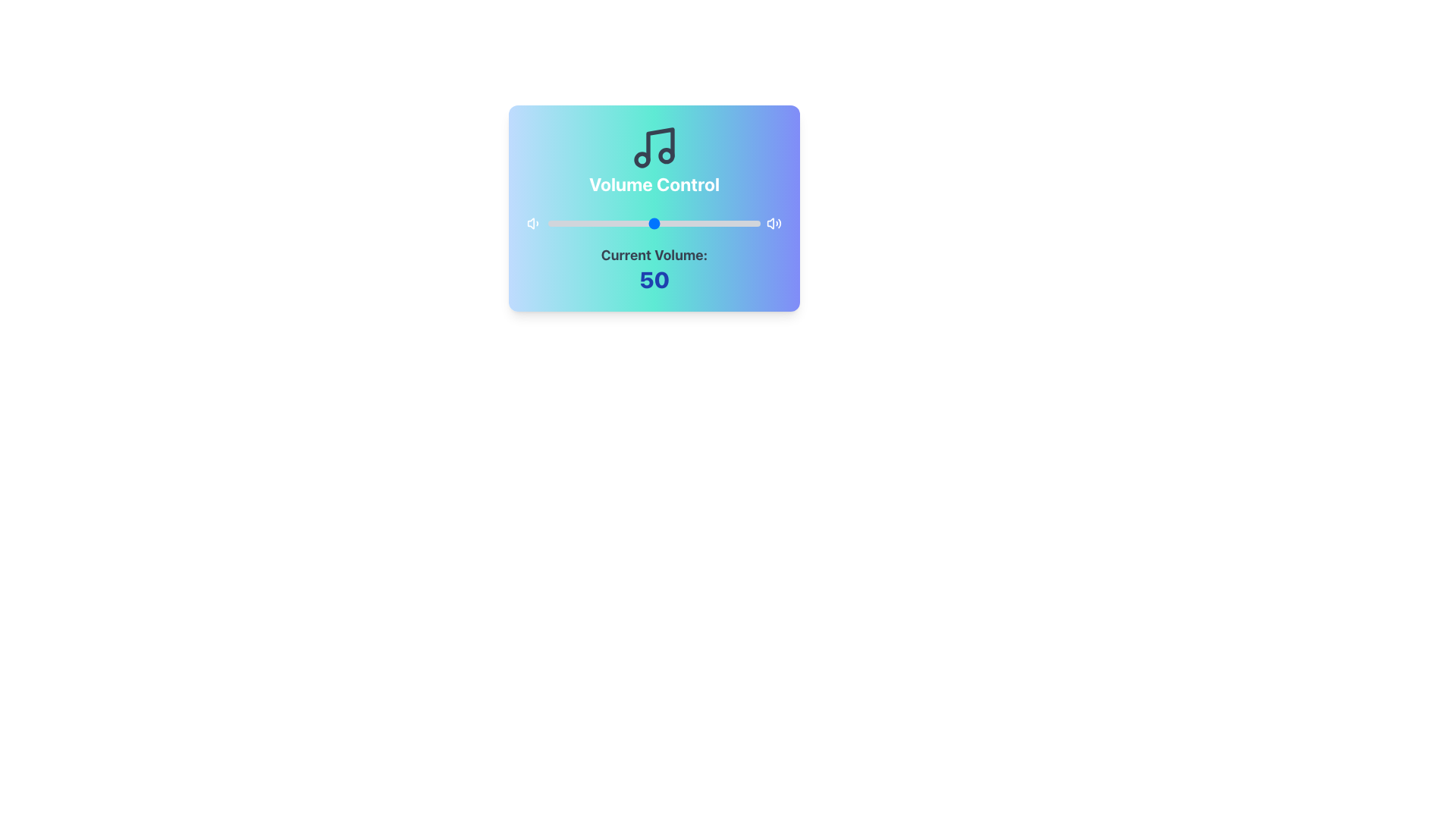 This screenshot has width=1456, height=819. What do you see at coordinates (733, 223) in the screenshot?
I see `the slider` at bounding box center [733, 223].